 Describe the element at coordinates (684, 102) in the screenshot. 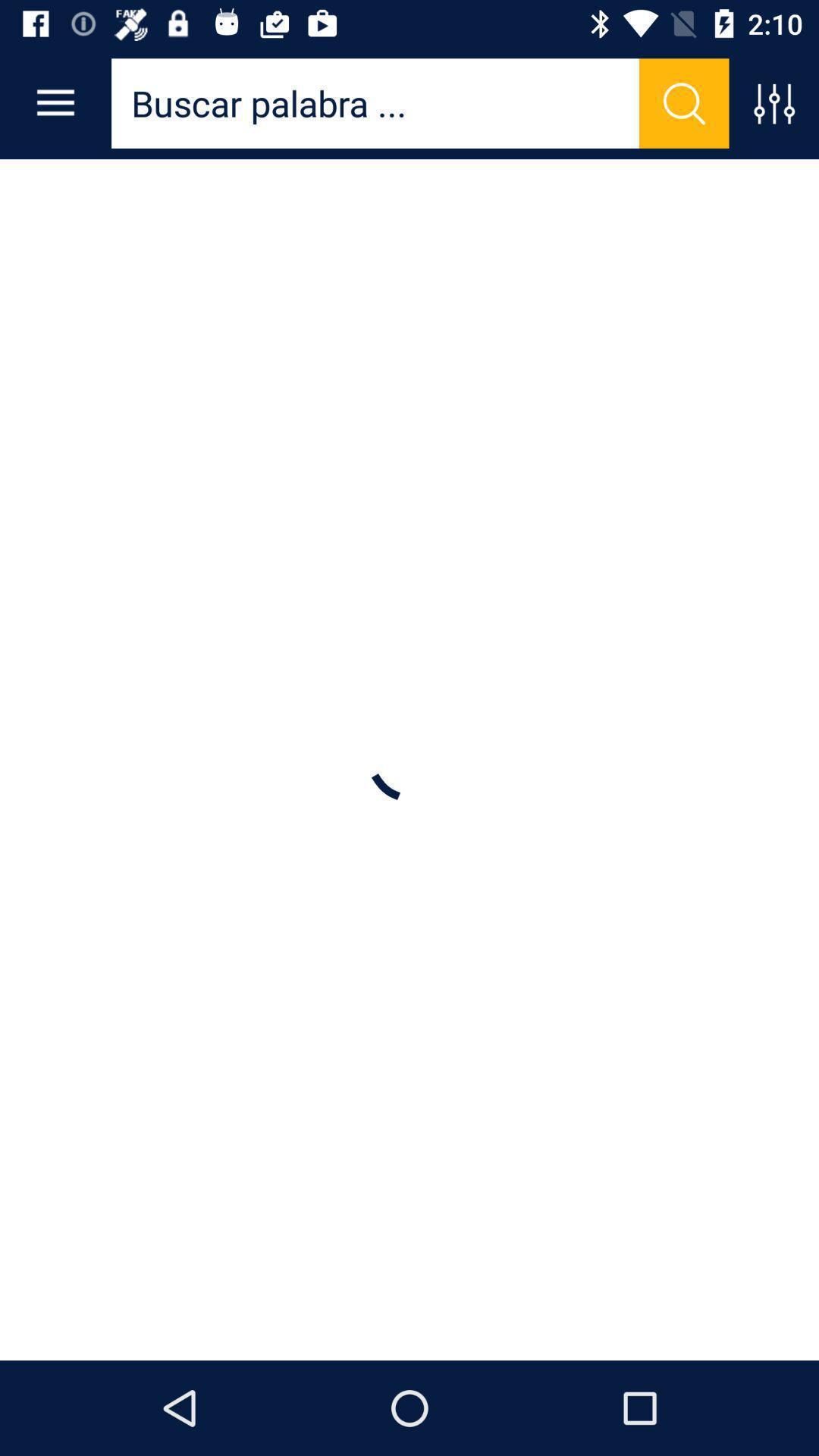

I see `search dictionary` at that location.